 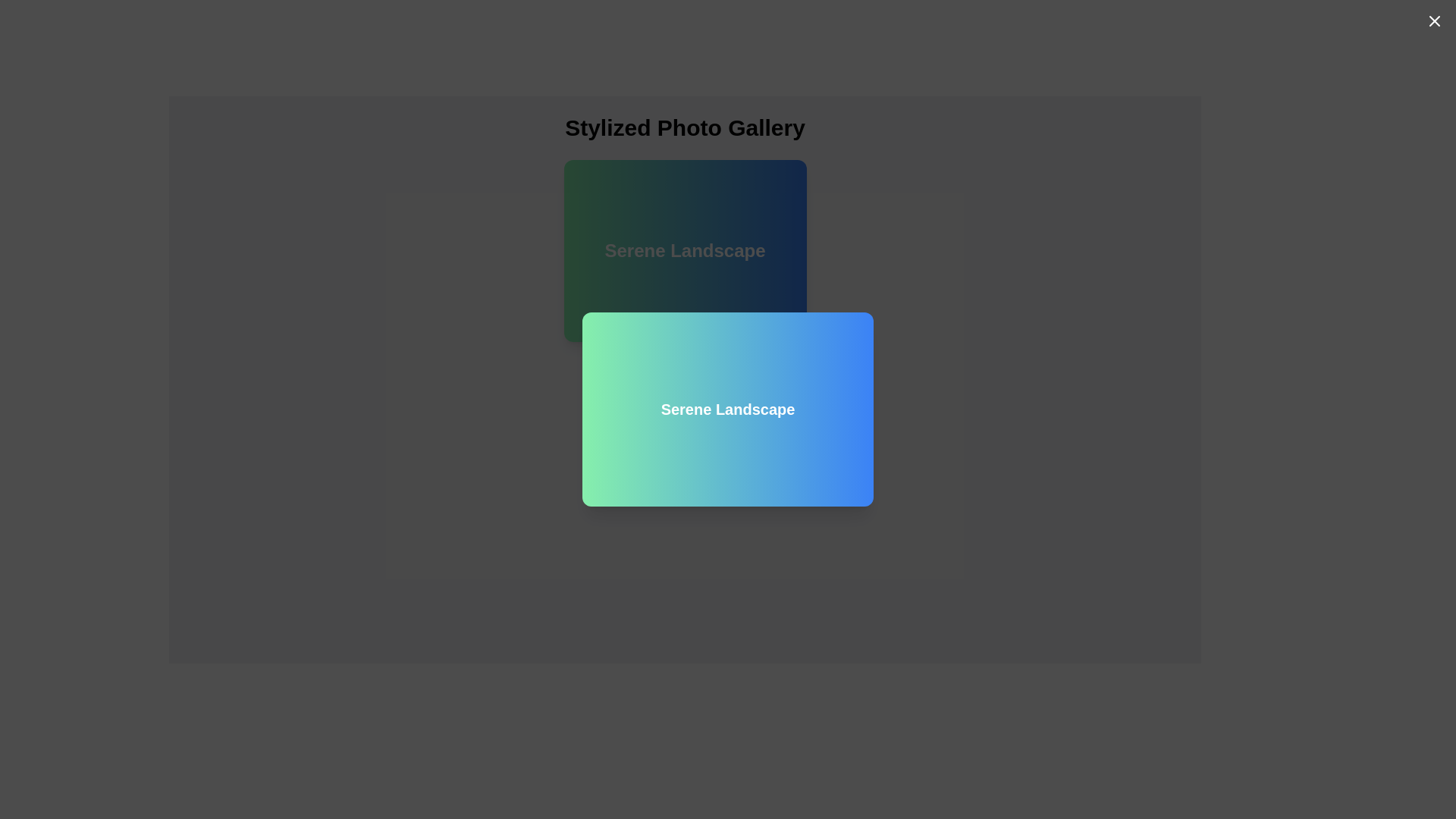 What do you see at coordinates (684, 250) in the screenshot?
I see `the Interactive Card located below the 'Stylized Photo Gallery' header in the column layout` at bounding box center [684, 250].